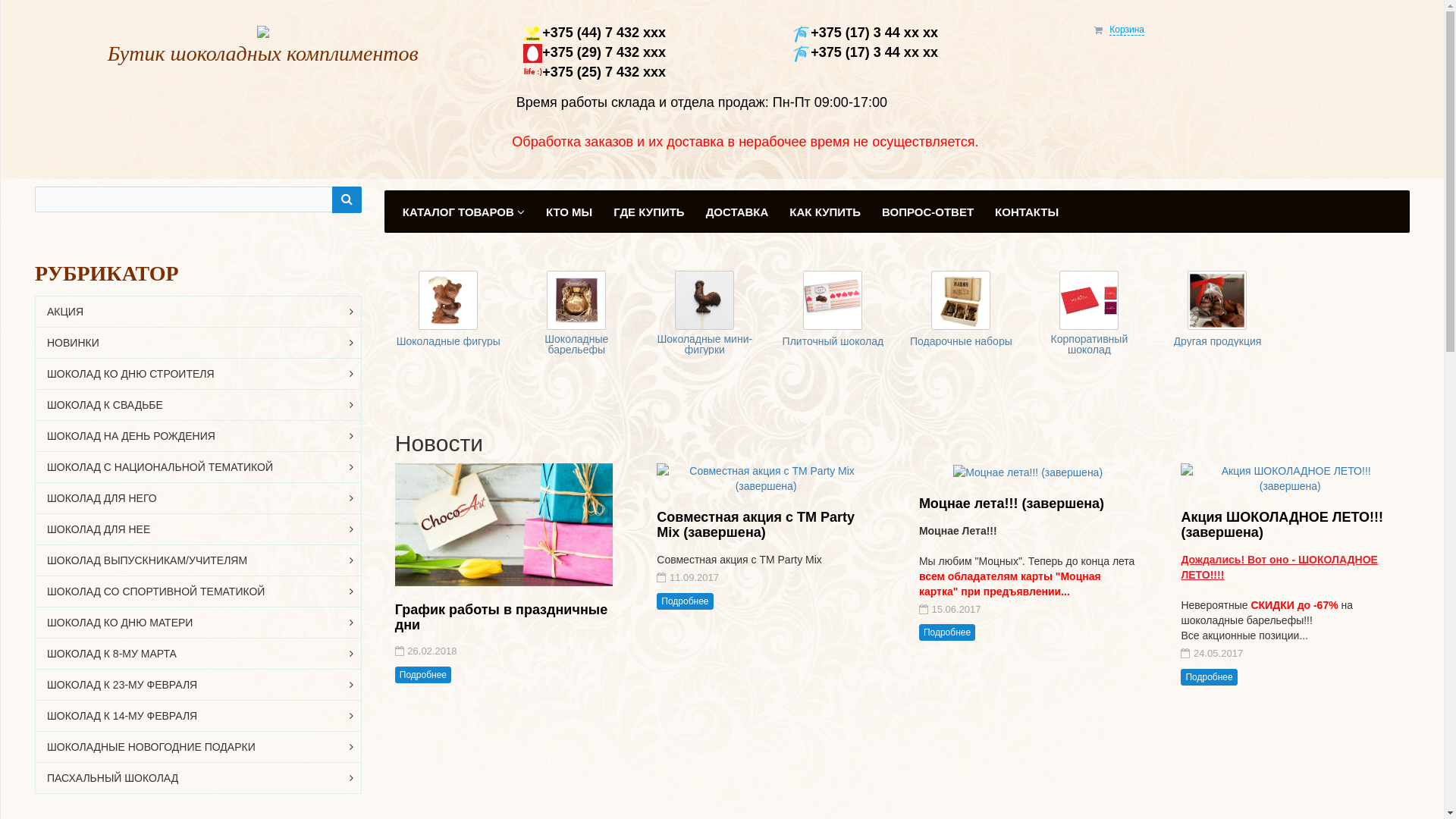 This screenshot has width=1456, height=819. What do you see at coordinates (532, 52) in the screenshot?
I see `'mts.png'` at bounding box center [532, 52].